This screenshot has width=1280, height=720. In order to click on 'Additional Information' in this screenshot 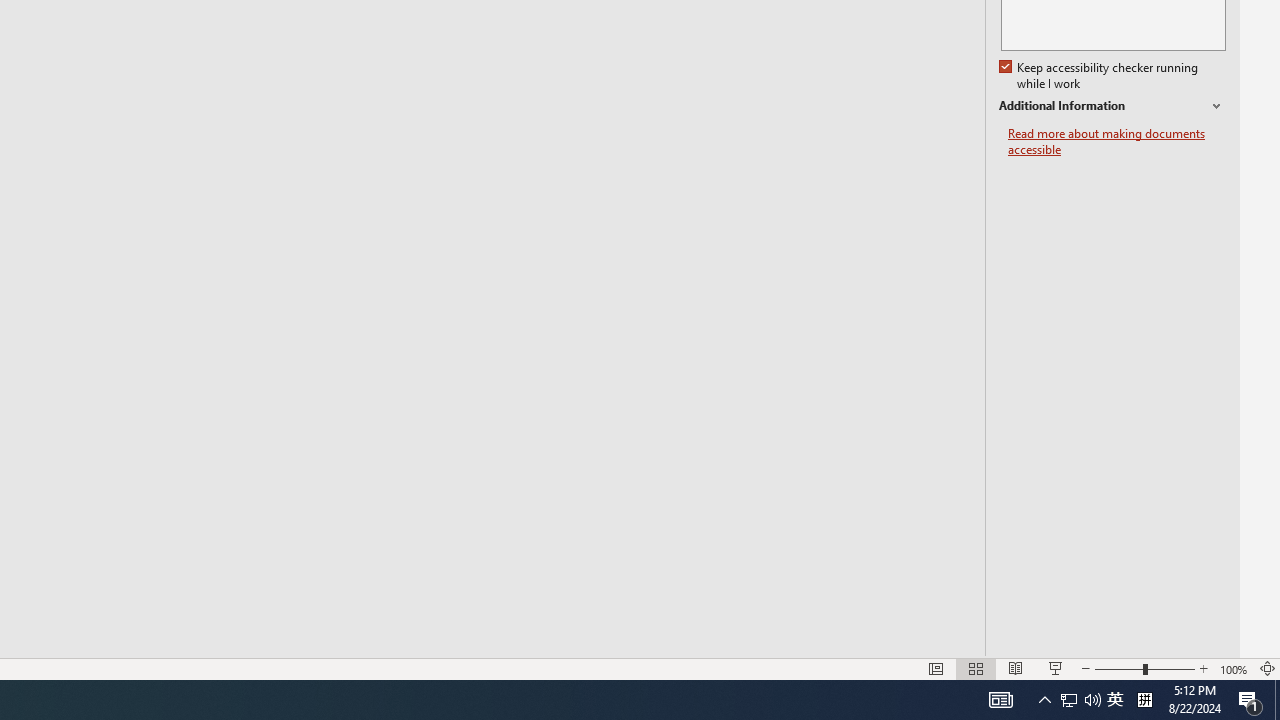, I will do `click(1111, 106)`.